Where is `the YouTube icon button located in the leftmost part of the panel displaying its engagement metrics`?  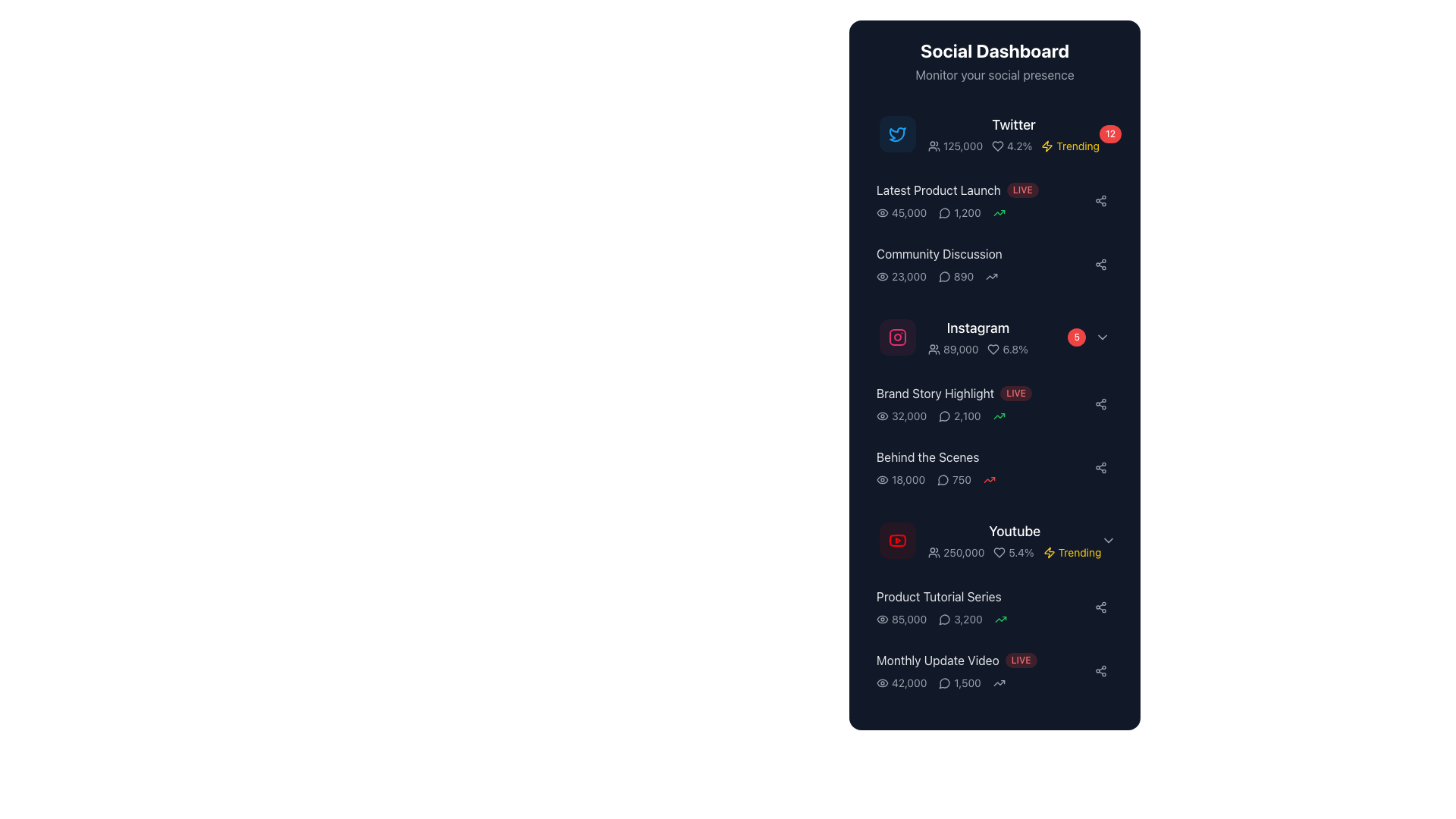 the YouTube icon button located in the leftmost part of the panel displaying its engagement metrics is located at coordinates (898, 540).